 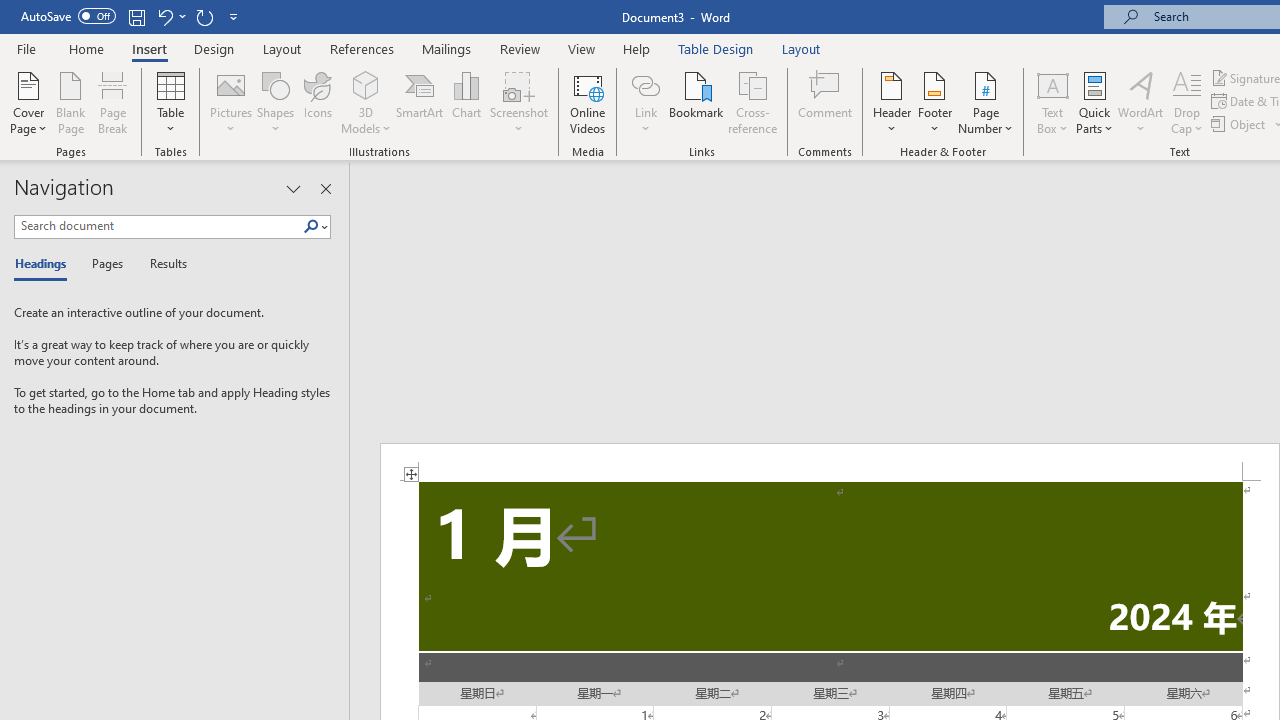 I want to click on 'Class: NetUIImage', so click(x=310, y=225).